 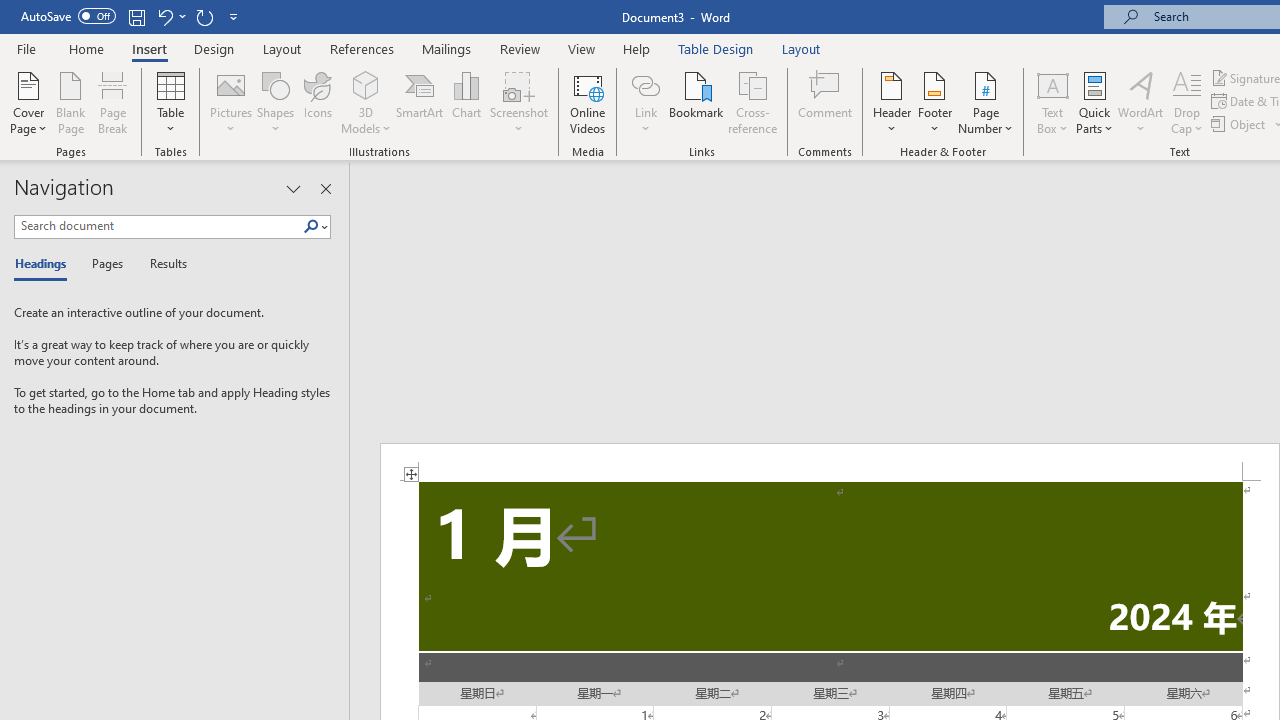 I want to click on 'Class: NetUIImage', so click(x=310, y=225).